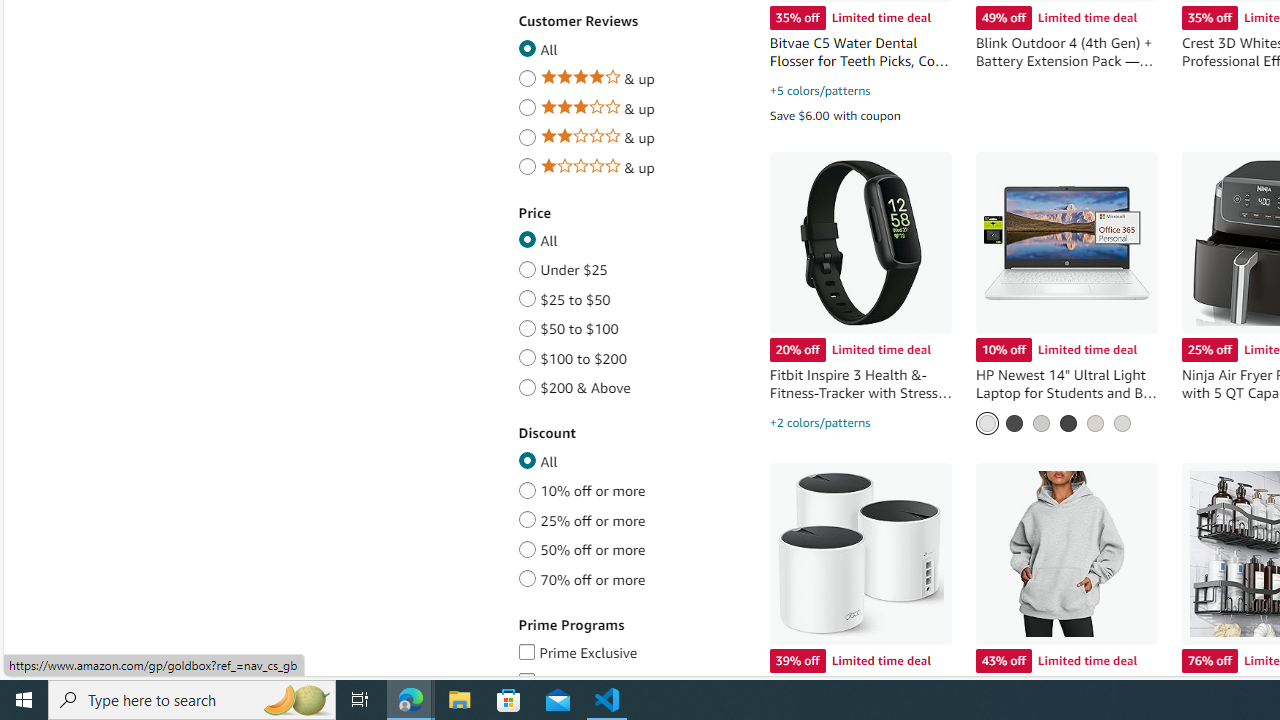 The height and width of the screenshot is (720, 1280). Describe the element at coordinates (526, 648) in the screenshot. I see `'Prime Exclusive'` at that location.